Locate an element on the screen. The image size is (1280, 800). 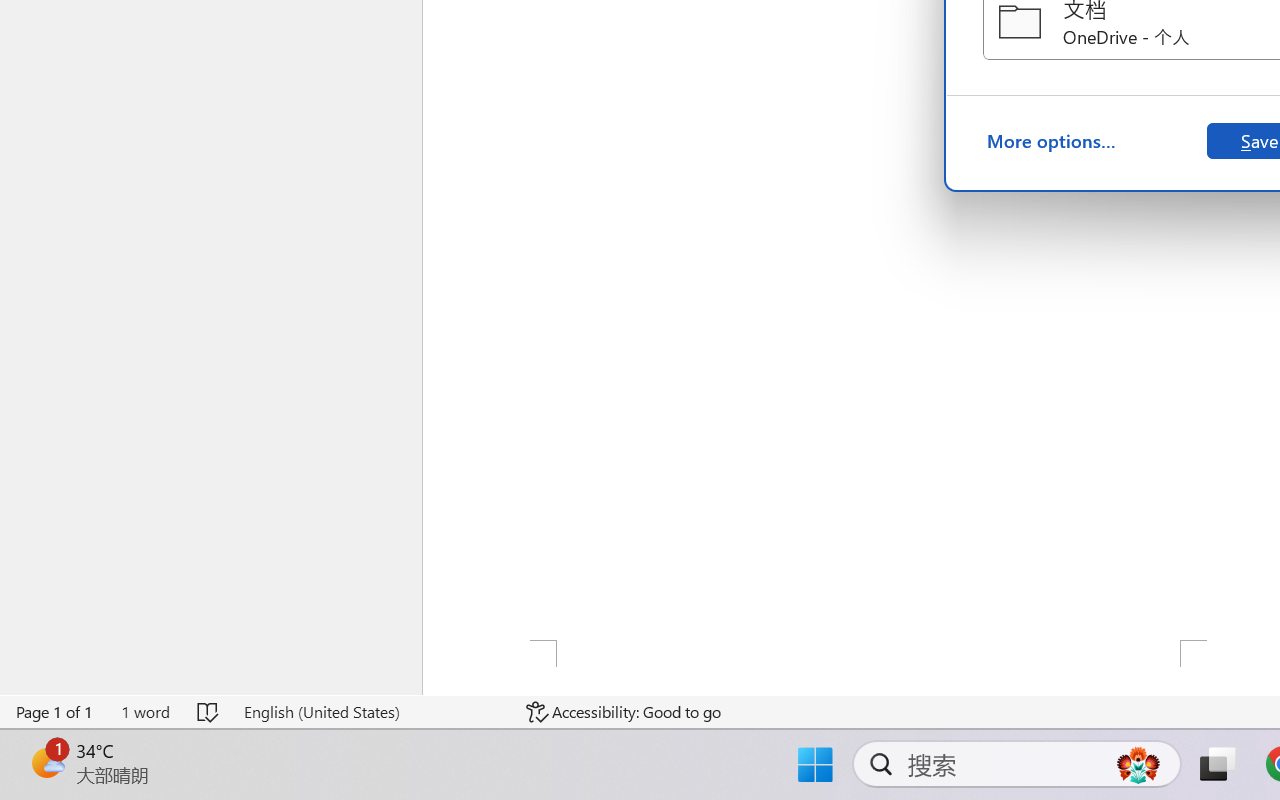
'AutomationID: DynamicSearchBoxGleamImage' is located at coordinates (1138, 764).